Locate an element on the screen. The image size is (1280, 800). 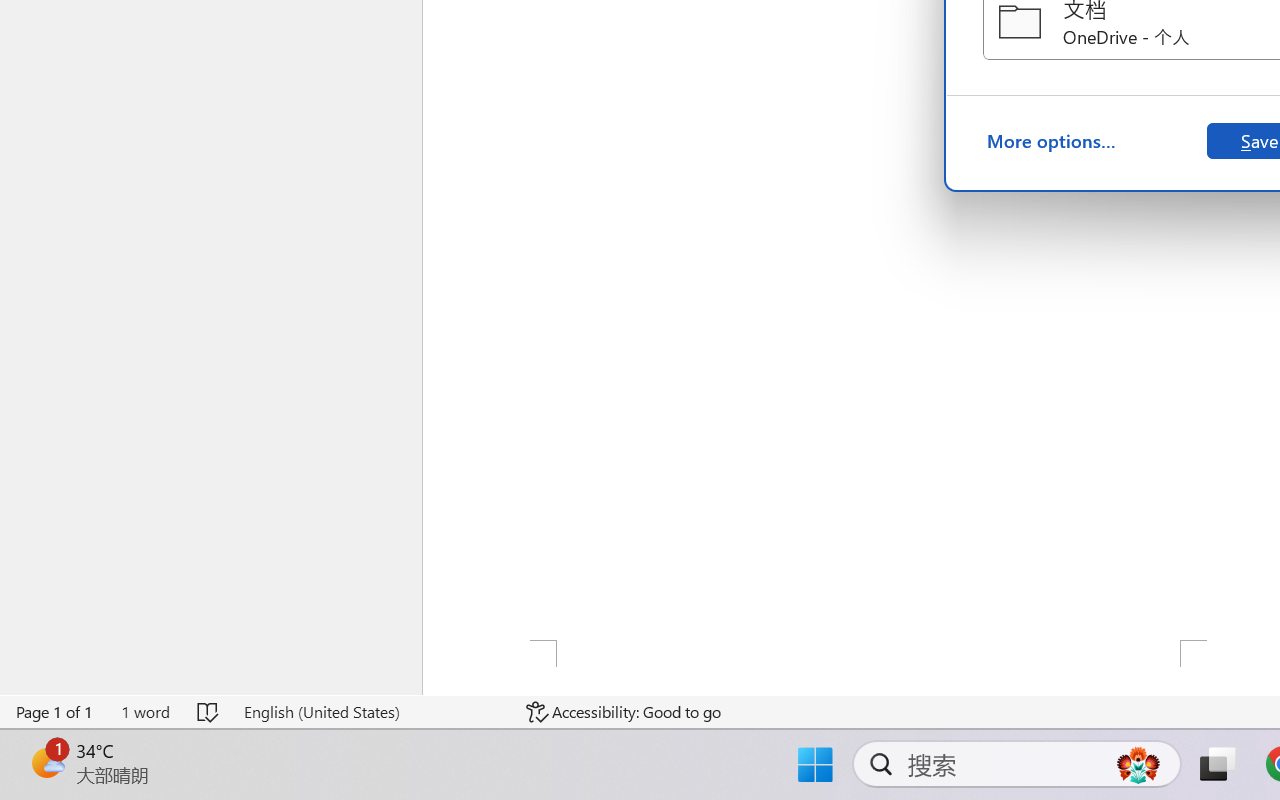
'AutomationID: DynamicSearchBoxGleamImage' is located at coordinates (1138, 764).